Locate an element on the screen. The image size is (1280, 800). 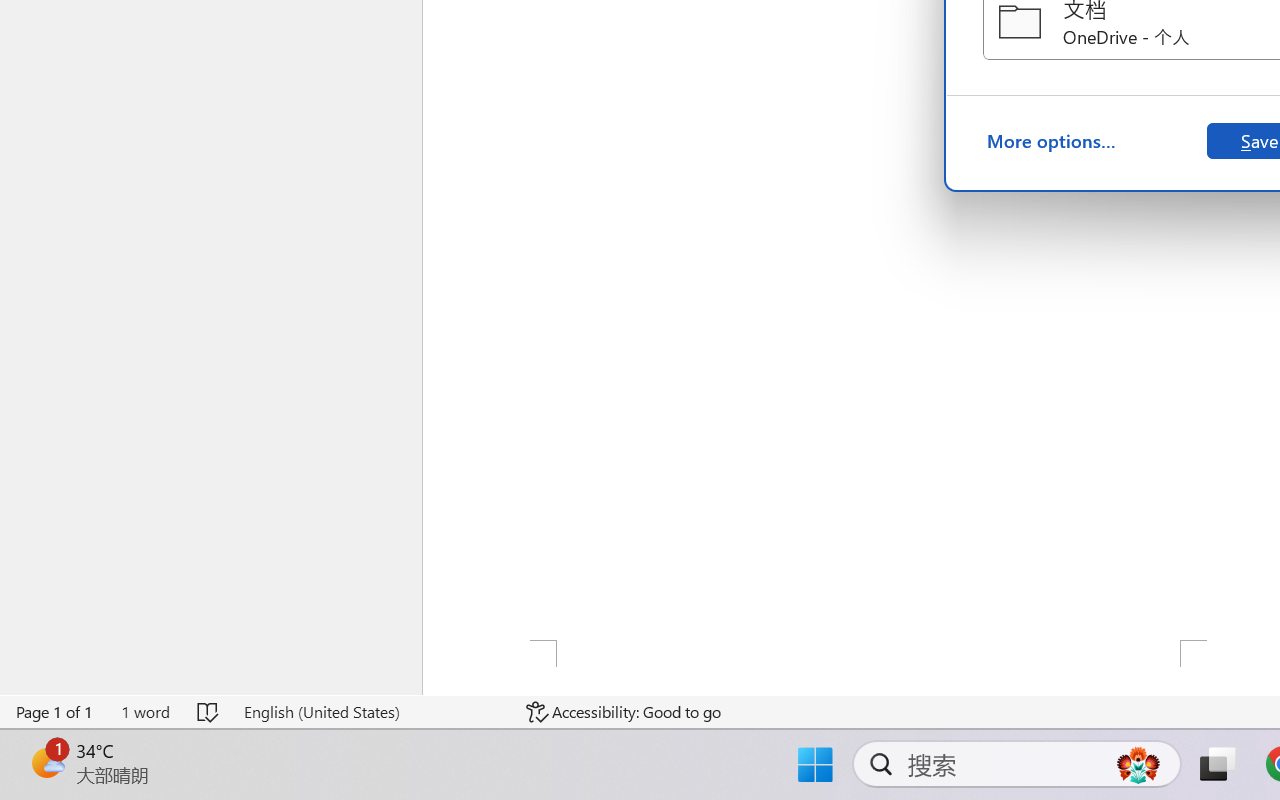
'AutomationID: DynamicSearchBoxGleamImage' is located at coordinates (1138, 764).